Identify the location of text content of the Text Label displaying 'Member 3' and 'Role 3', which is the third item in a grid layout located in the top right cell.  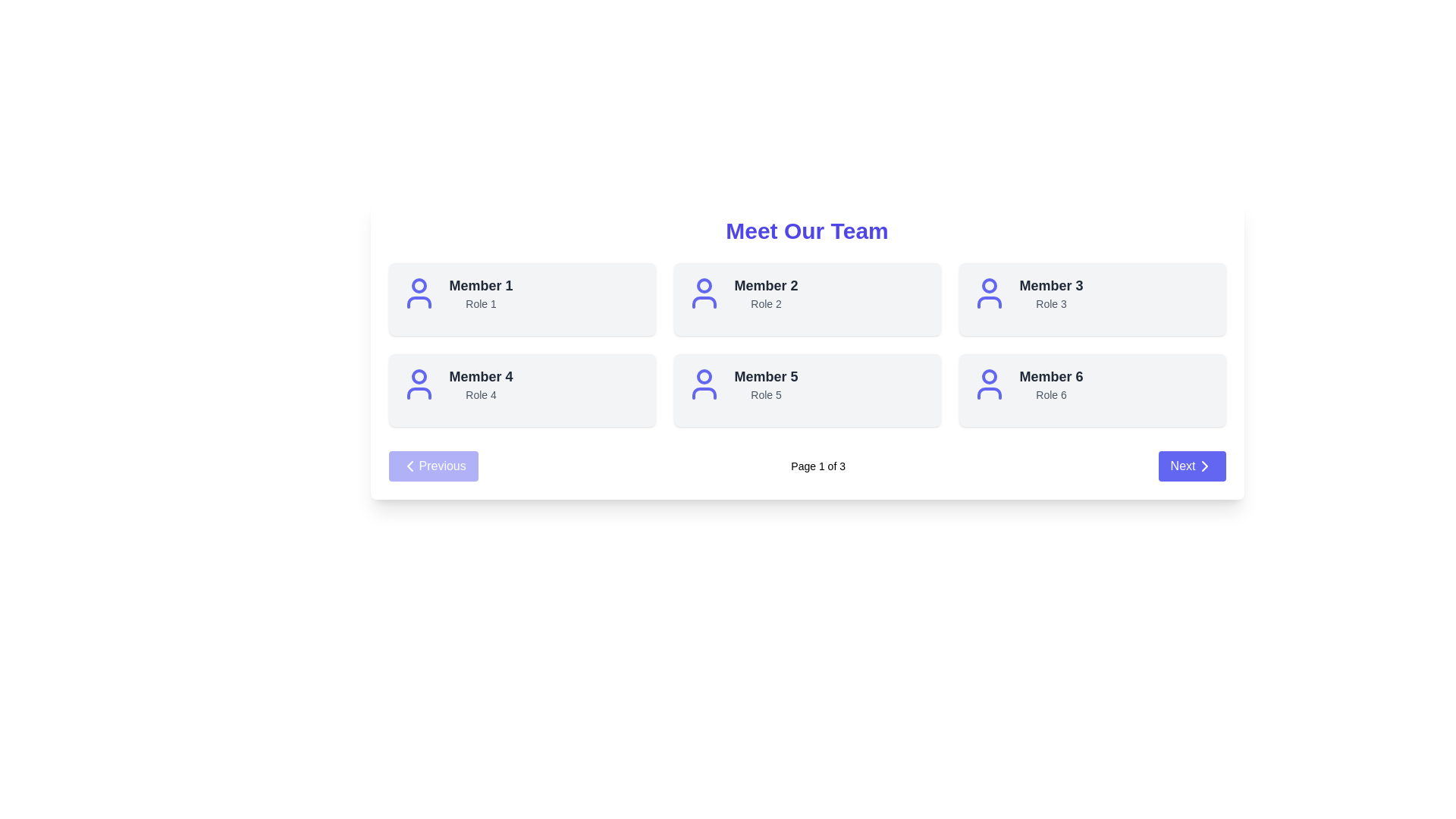
(1050, 293).